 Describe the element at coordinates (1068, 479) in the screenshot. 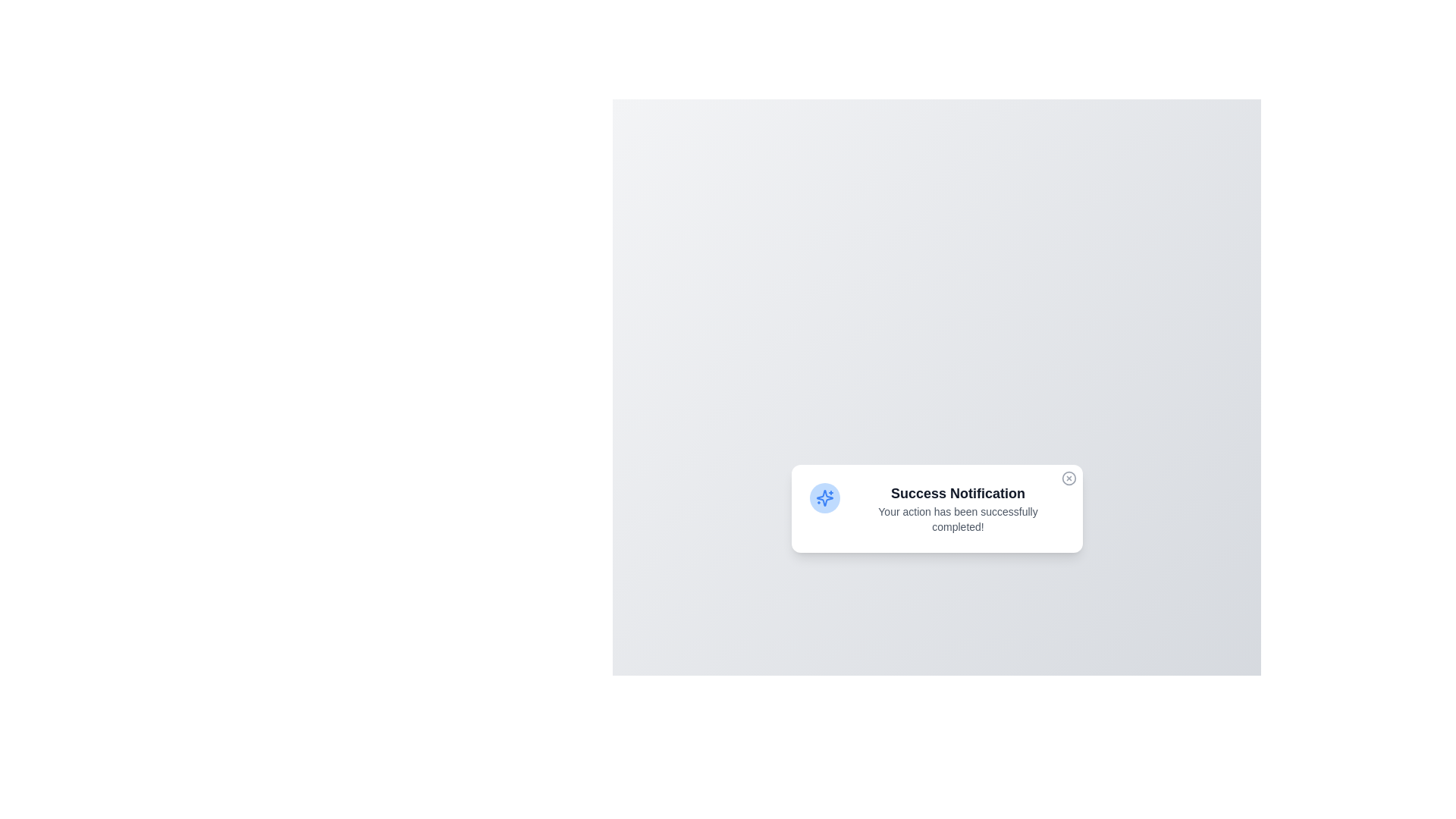

I see `the close button at the top-right corner of the notification to dismiss it` at that location.